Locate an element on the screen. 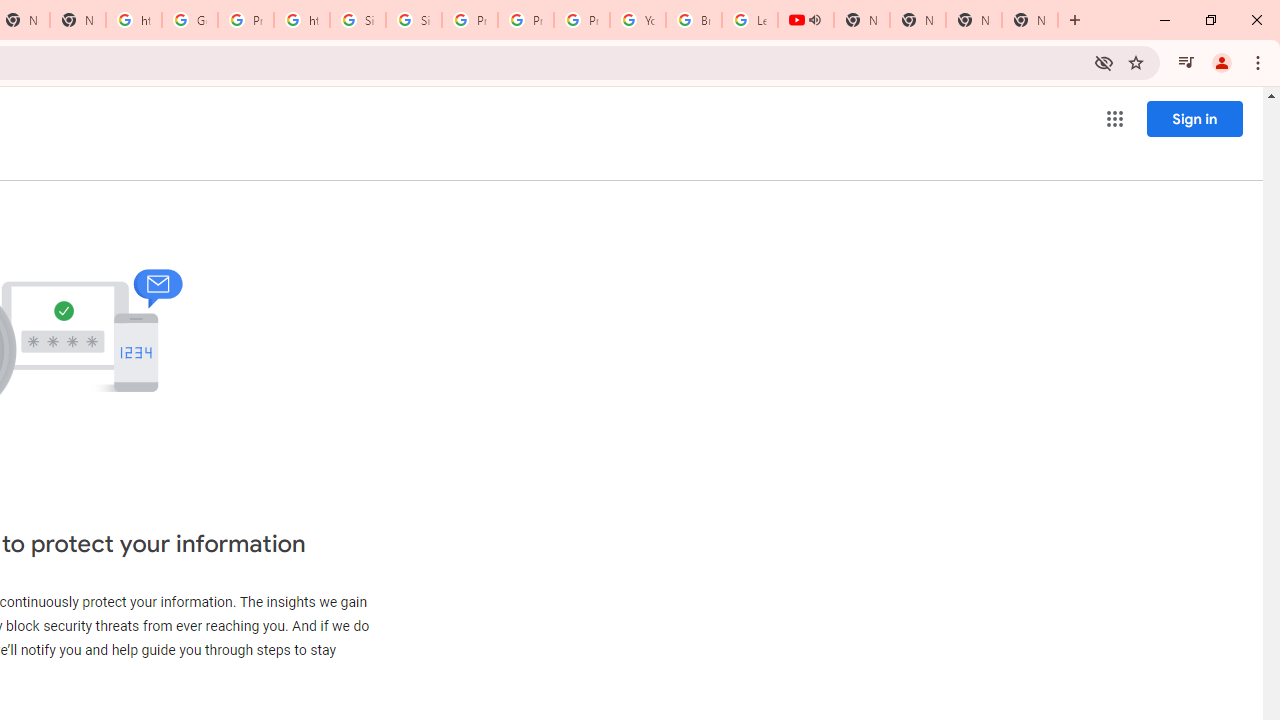 The width and height of the screenshot is (1280, 720). 'Privacy Help Center - Policies Help' is located at coordinates (526, 20).